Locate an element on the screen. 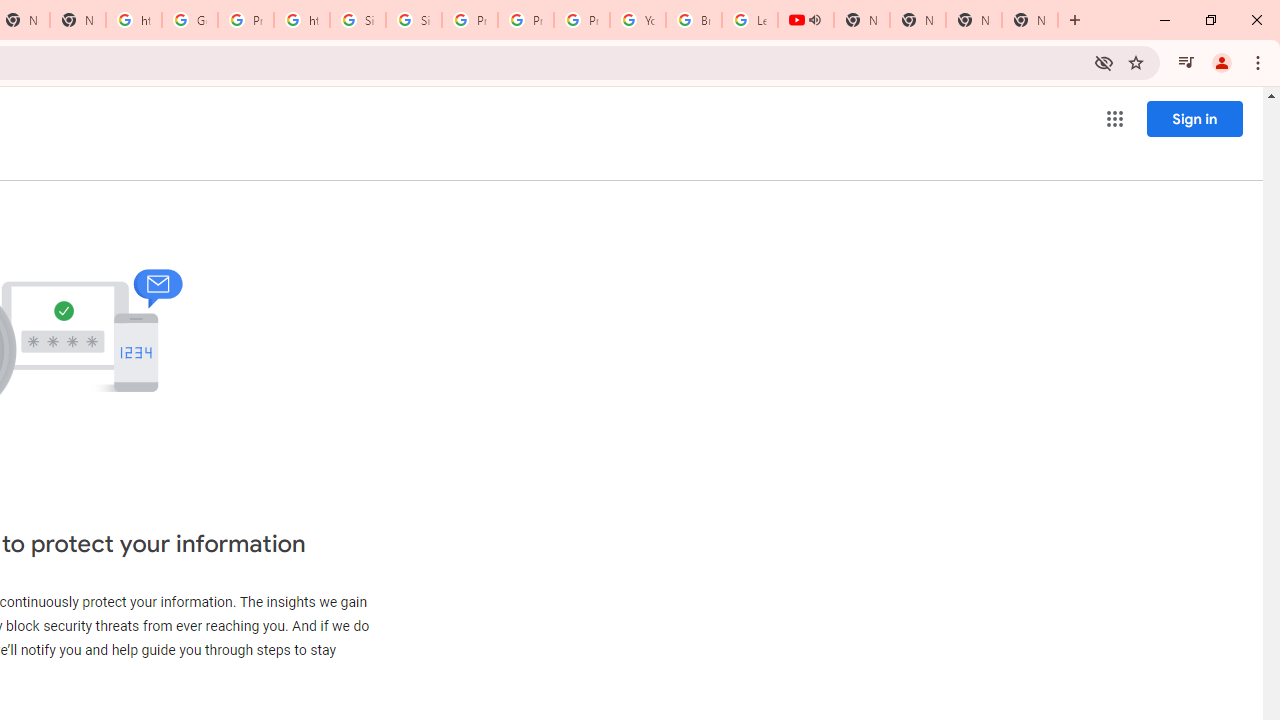 The width and height of the screenshot is (1280, 720). 'Privacy Help Center - Policies Help' is located at coordinates (526, 20).